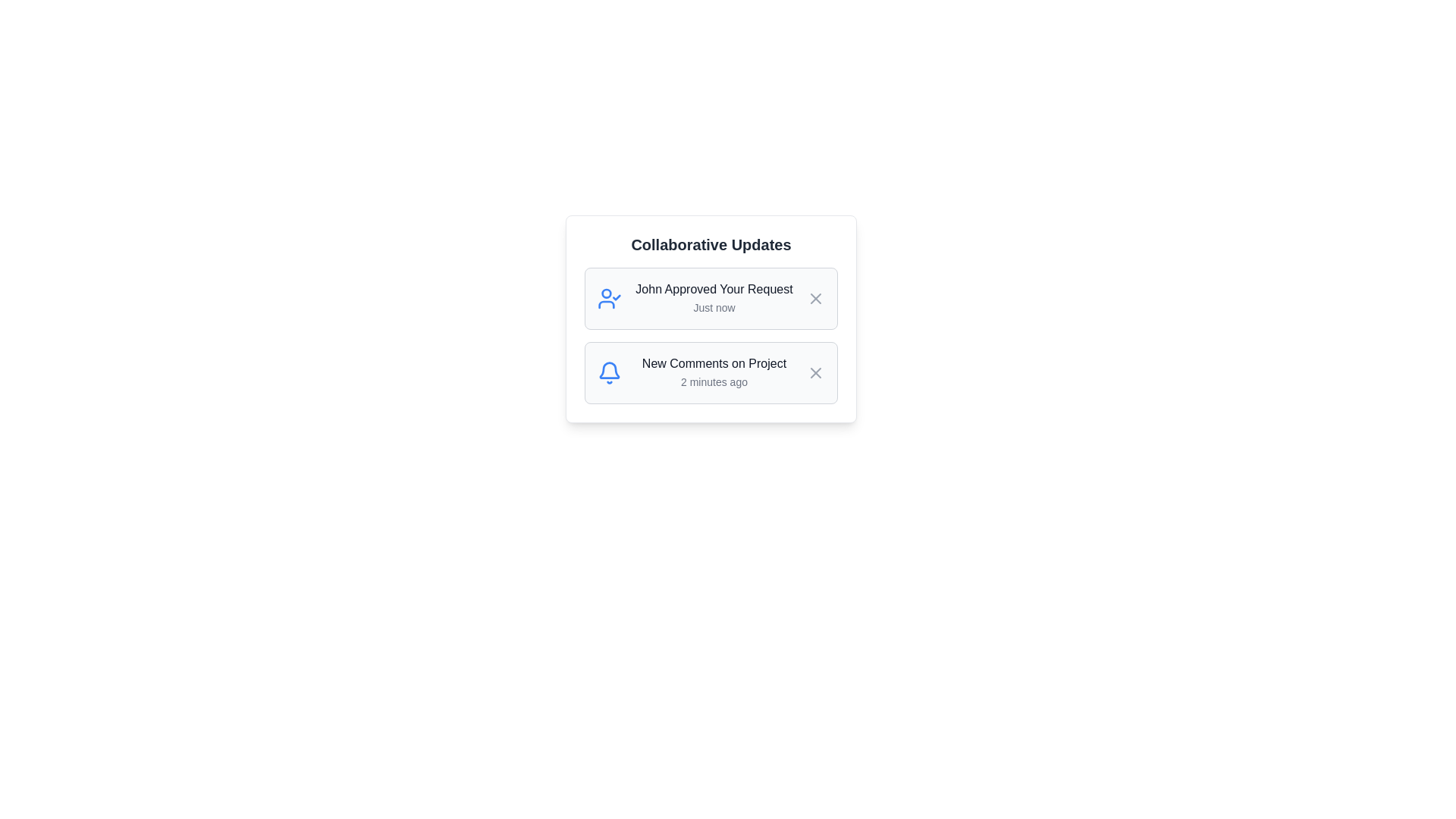 The width and height of the screenshot is (1456, 819). Describe the element at coordinates (814, 298) in the screenshot. I see `the small gray button with an 'X' icon on the right side of the notification titled 'John Approved Your Request'` at that location.